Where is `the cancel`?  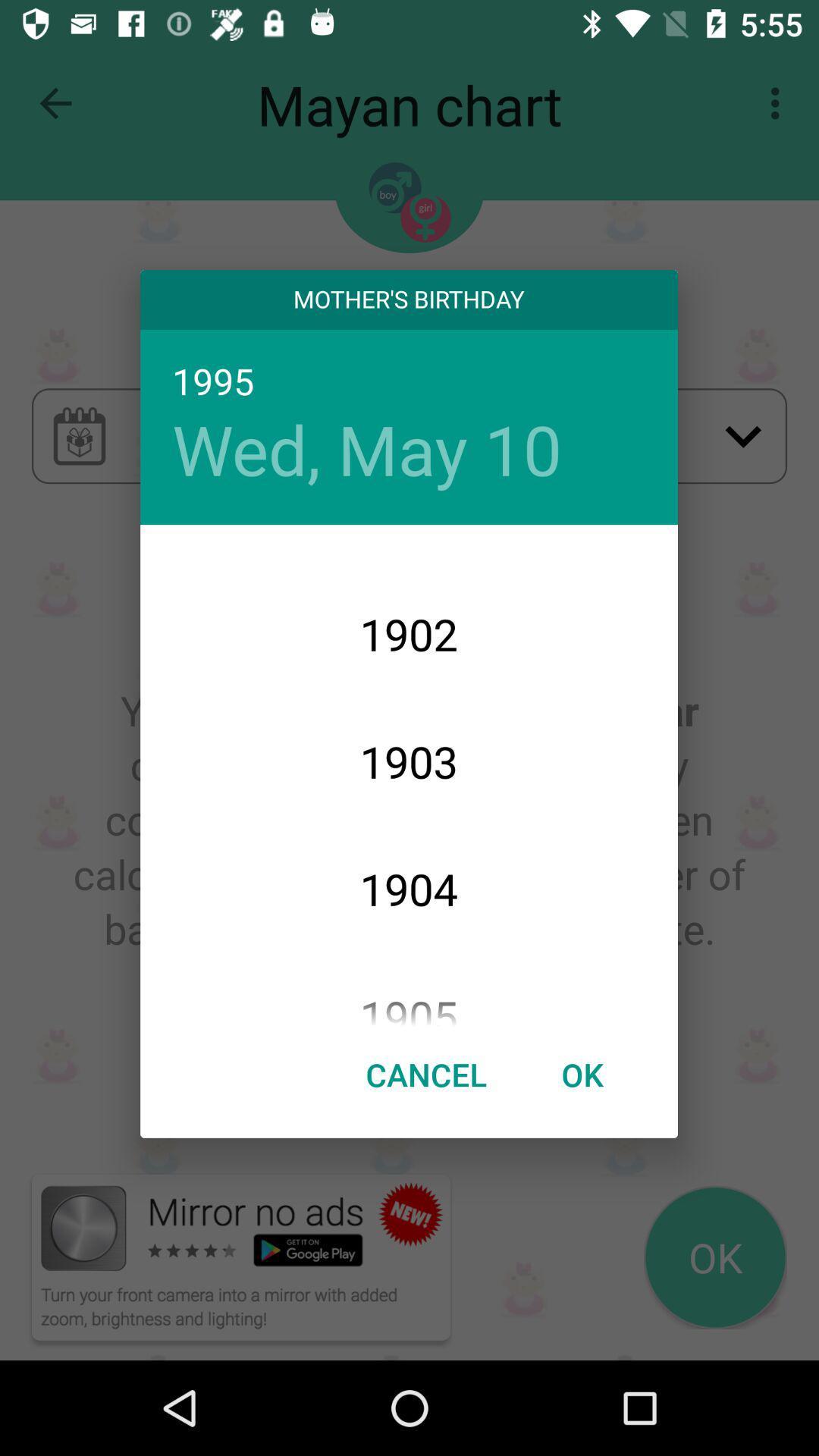 the cancel is located at coordinates (426, 1073).